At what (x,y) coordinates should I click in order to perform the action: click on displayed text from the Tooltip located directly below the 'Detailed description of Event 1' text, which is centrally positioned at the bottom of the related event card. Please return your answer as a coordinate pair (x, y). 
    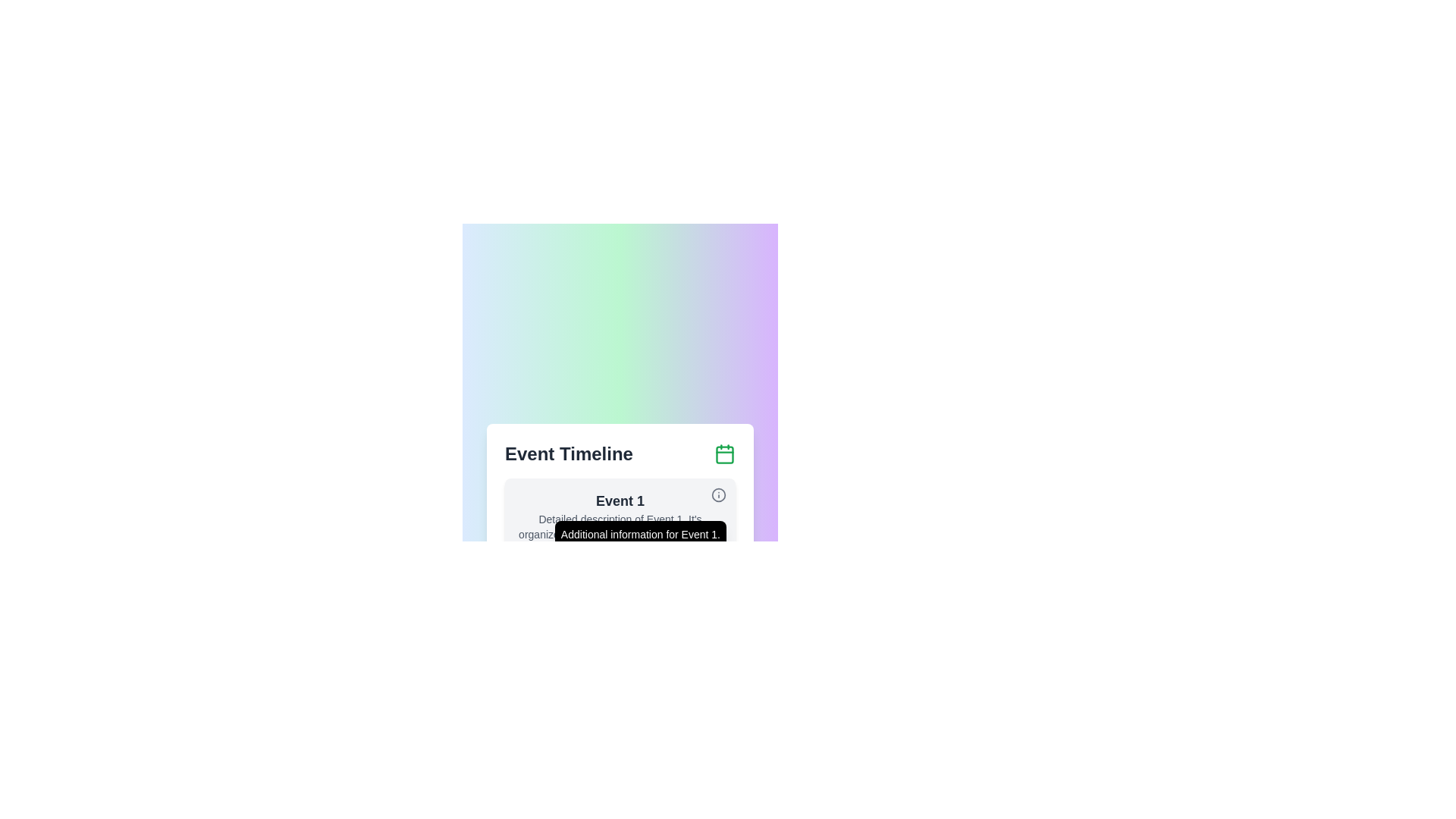
    Looking at the image, I should click on (620, 522).